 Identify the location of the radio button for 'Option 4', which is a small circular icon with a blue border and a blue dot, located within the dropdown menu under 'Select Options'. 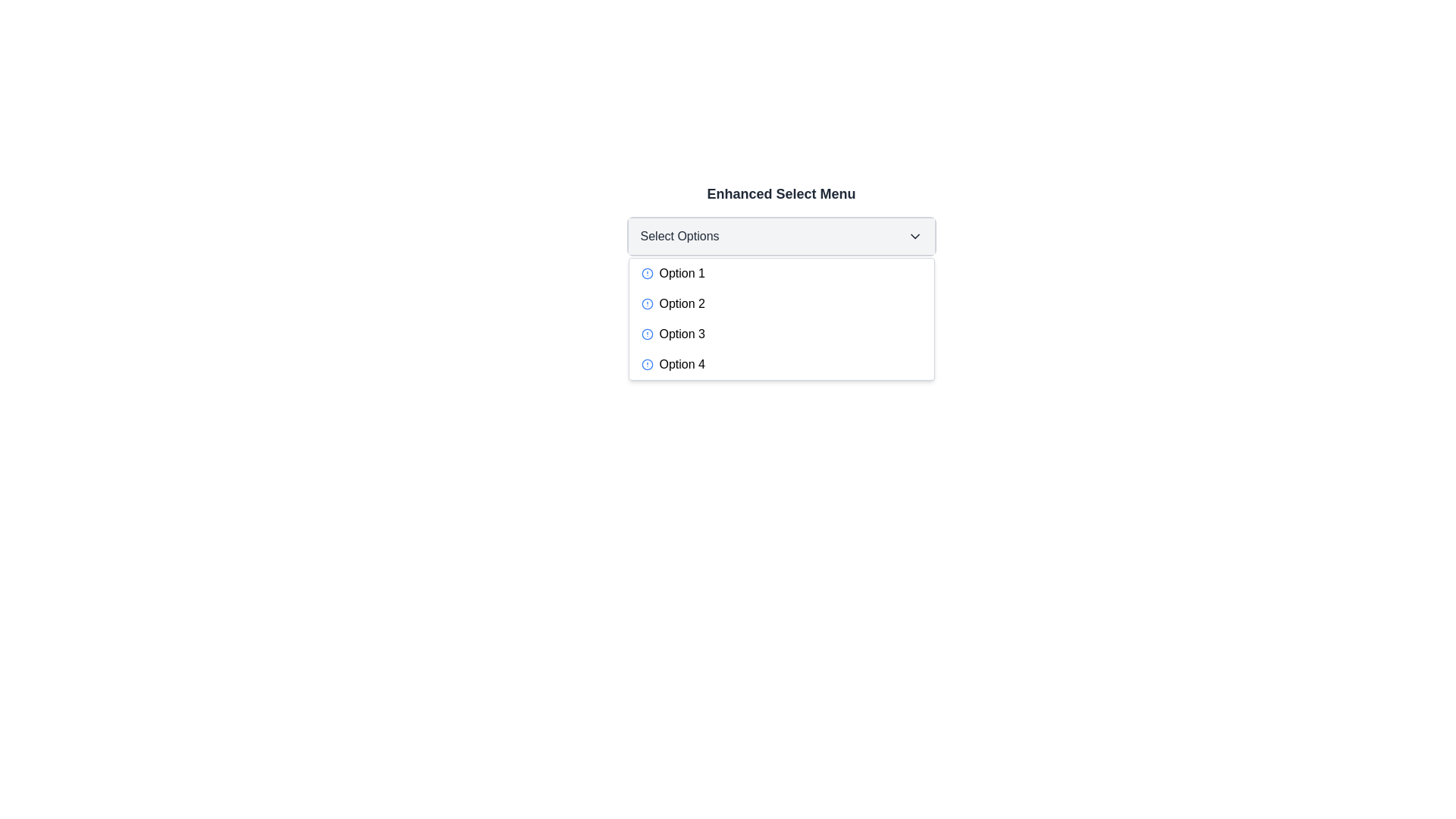
(647, 365).